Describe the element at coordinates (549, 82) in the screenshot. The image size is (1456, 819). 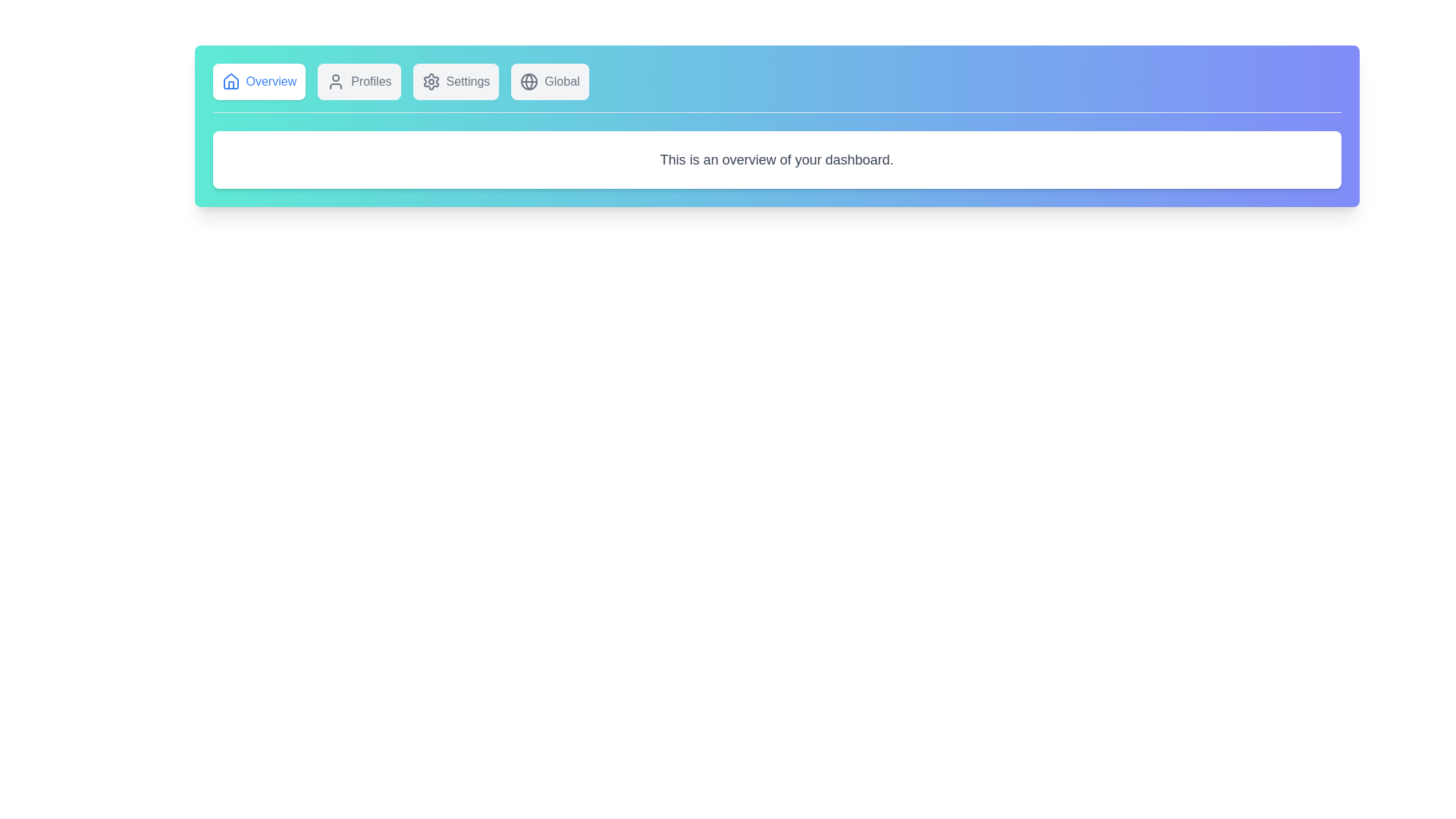
I see `the tab labeled Global` at that location.